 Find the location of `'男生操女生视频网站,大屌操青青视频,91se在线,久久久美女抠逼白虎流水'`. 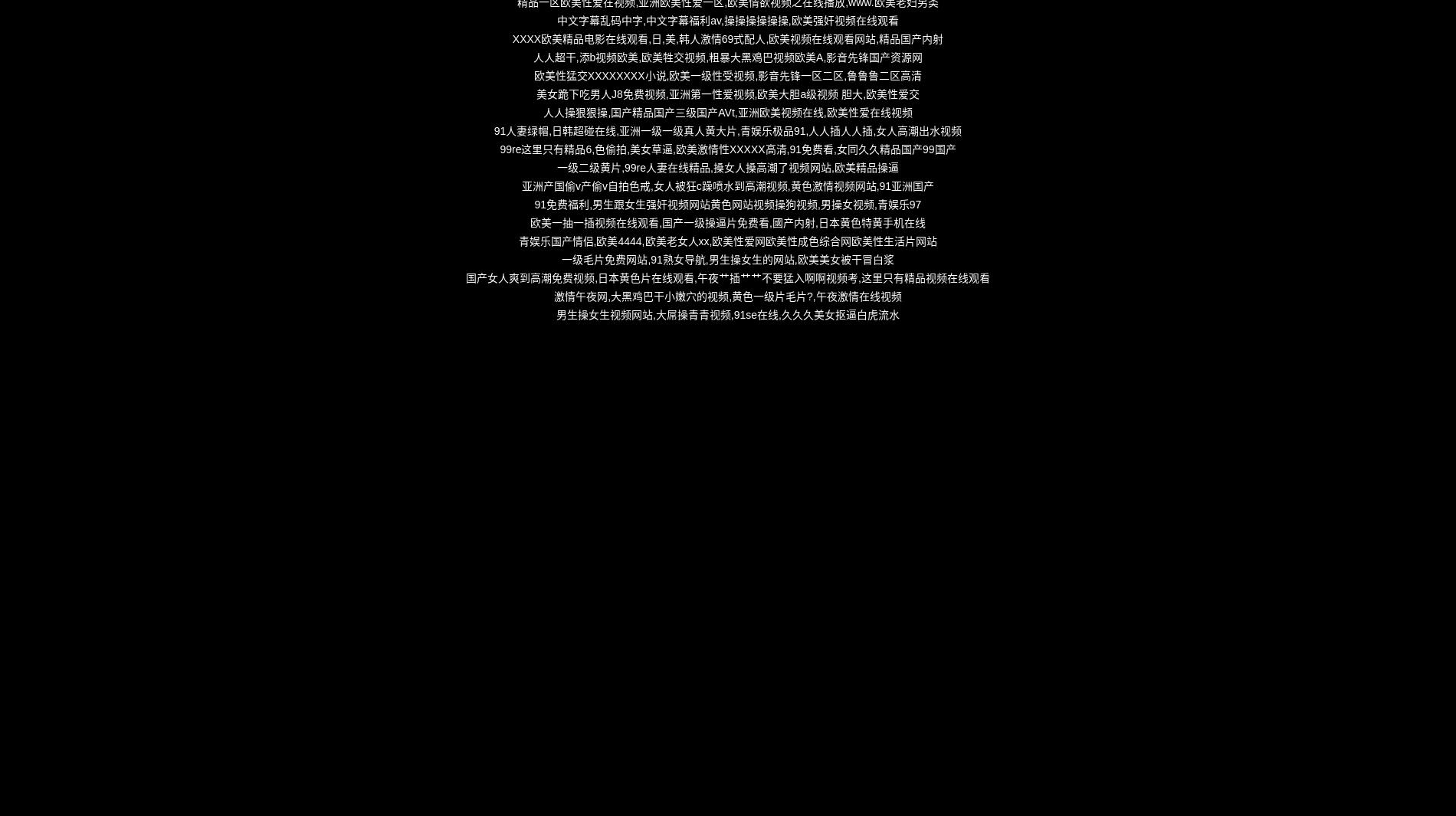

'男生操女生视频网站,大屌操青青视频,91se在线,久久久美女抠逼白虎流水' is located at coordinates (555, 313).